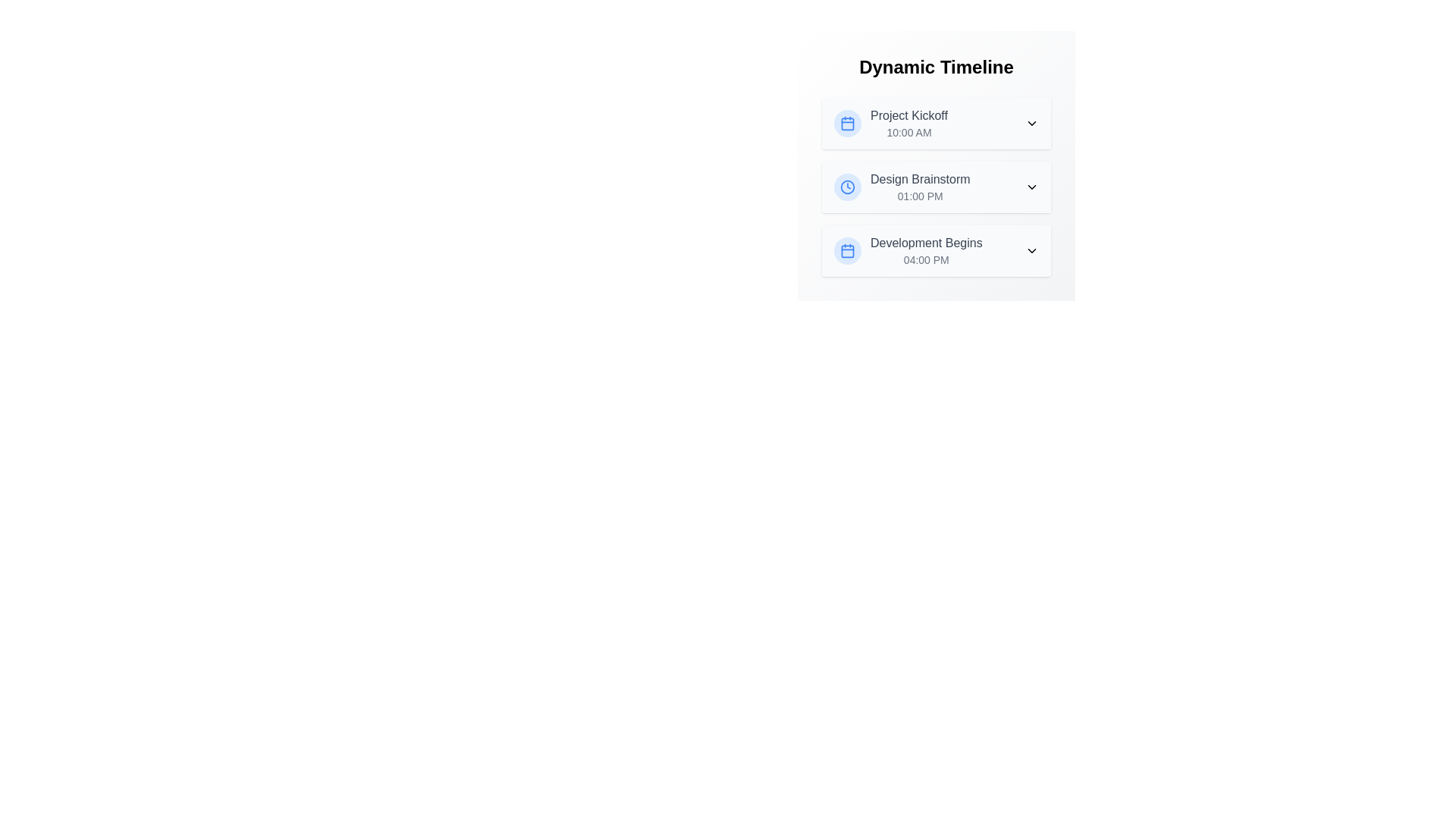 This screenshot has height=819, width=1456. I want to click on heading text 'Dynamic Timeline' displayed in bold, large-sized font, located at the top of the timeline component, centered above the entries for 'Project Kickoff', 'Design Brainstorm', and 'Development Begins', so click(935, 66).